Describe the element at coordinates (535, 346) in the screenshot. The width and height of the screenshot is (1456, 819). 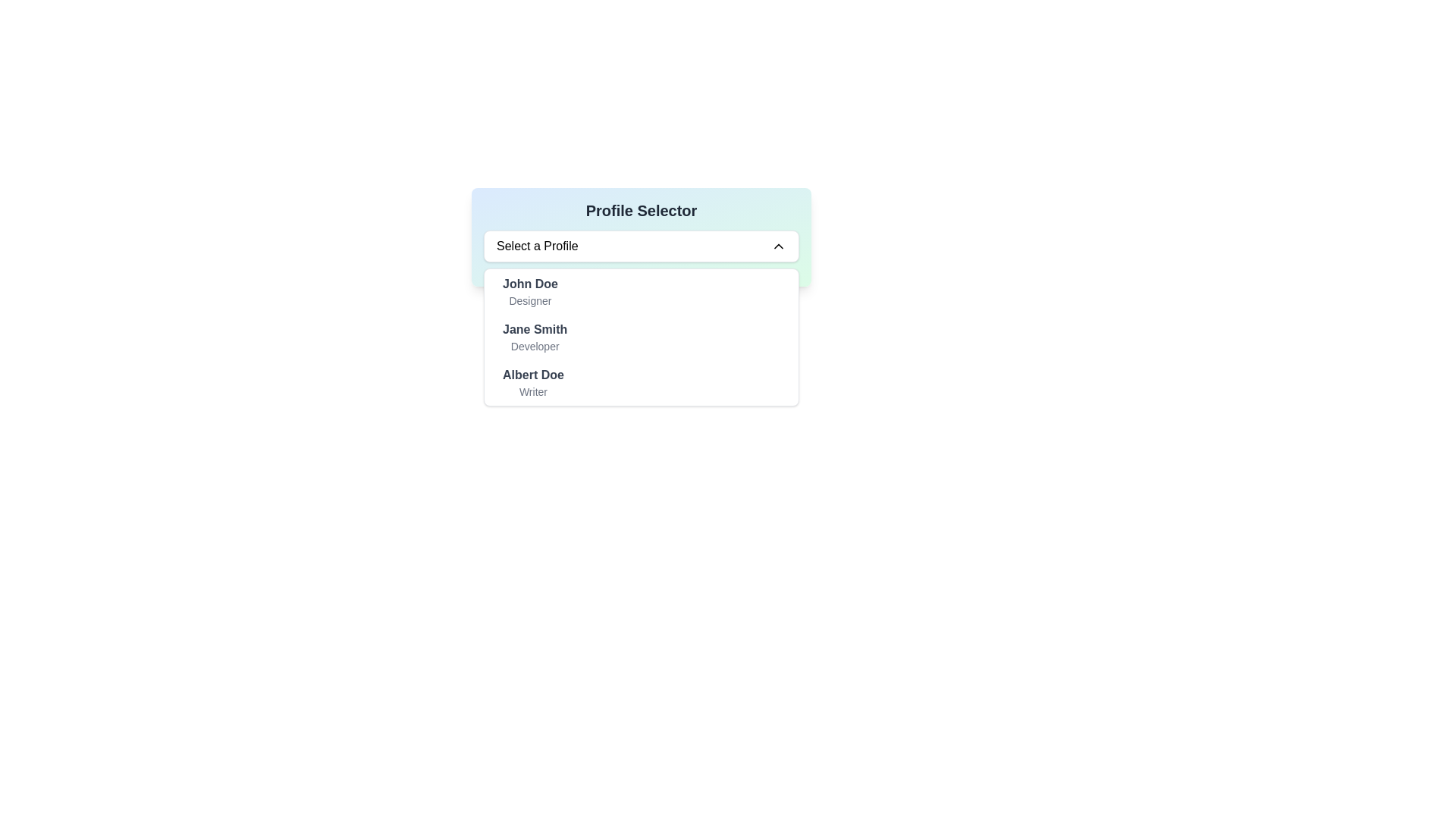
I see `the static text label indicating the role or title of the person listed under 'Jane Smith' in the dropdown menu` at that location.